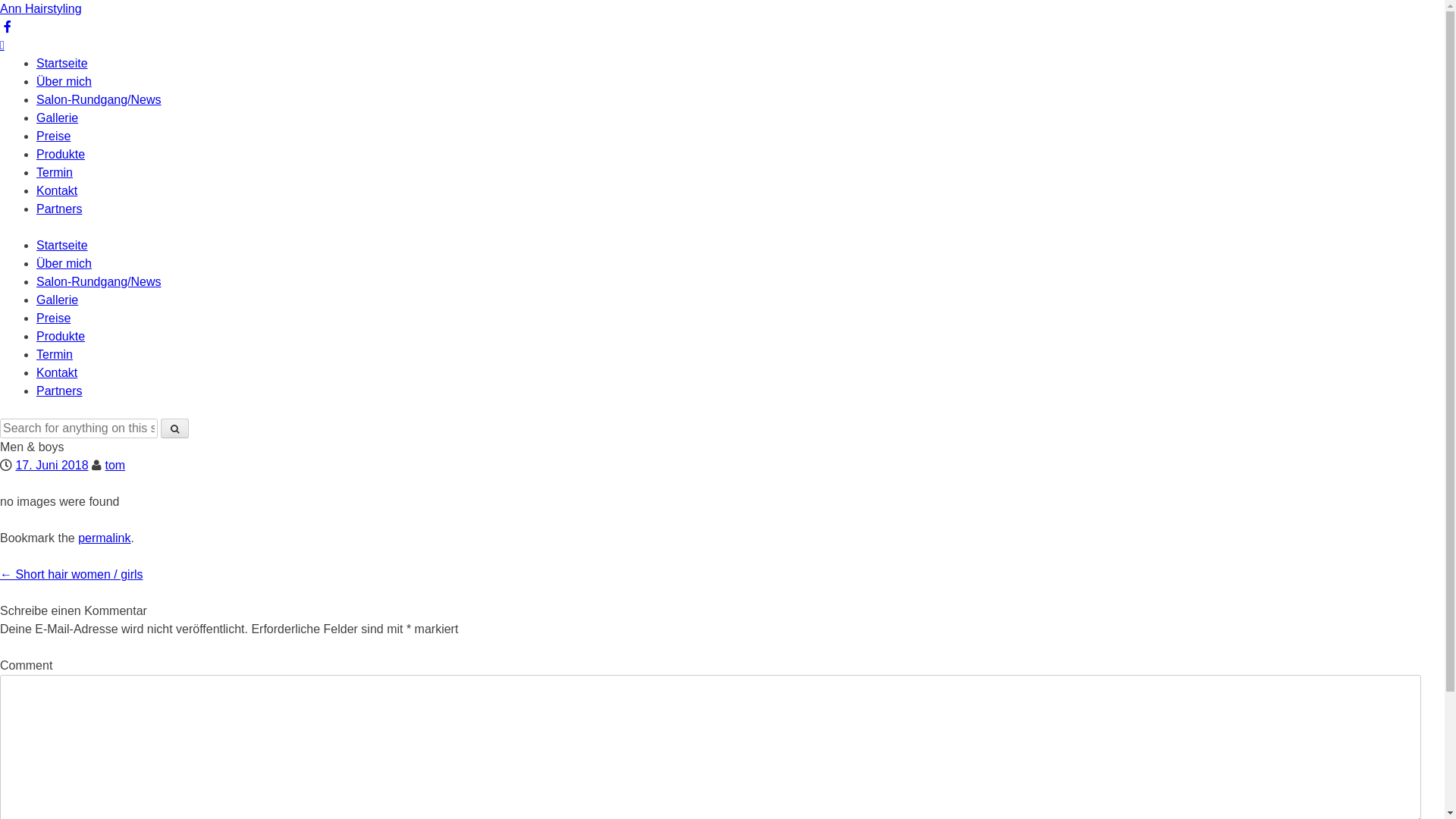 The image size is (1456, 819). What do you see at coordinates (36, 135) in the screenshot?
I see `'Preise'` at bounding box center [36, 135].